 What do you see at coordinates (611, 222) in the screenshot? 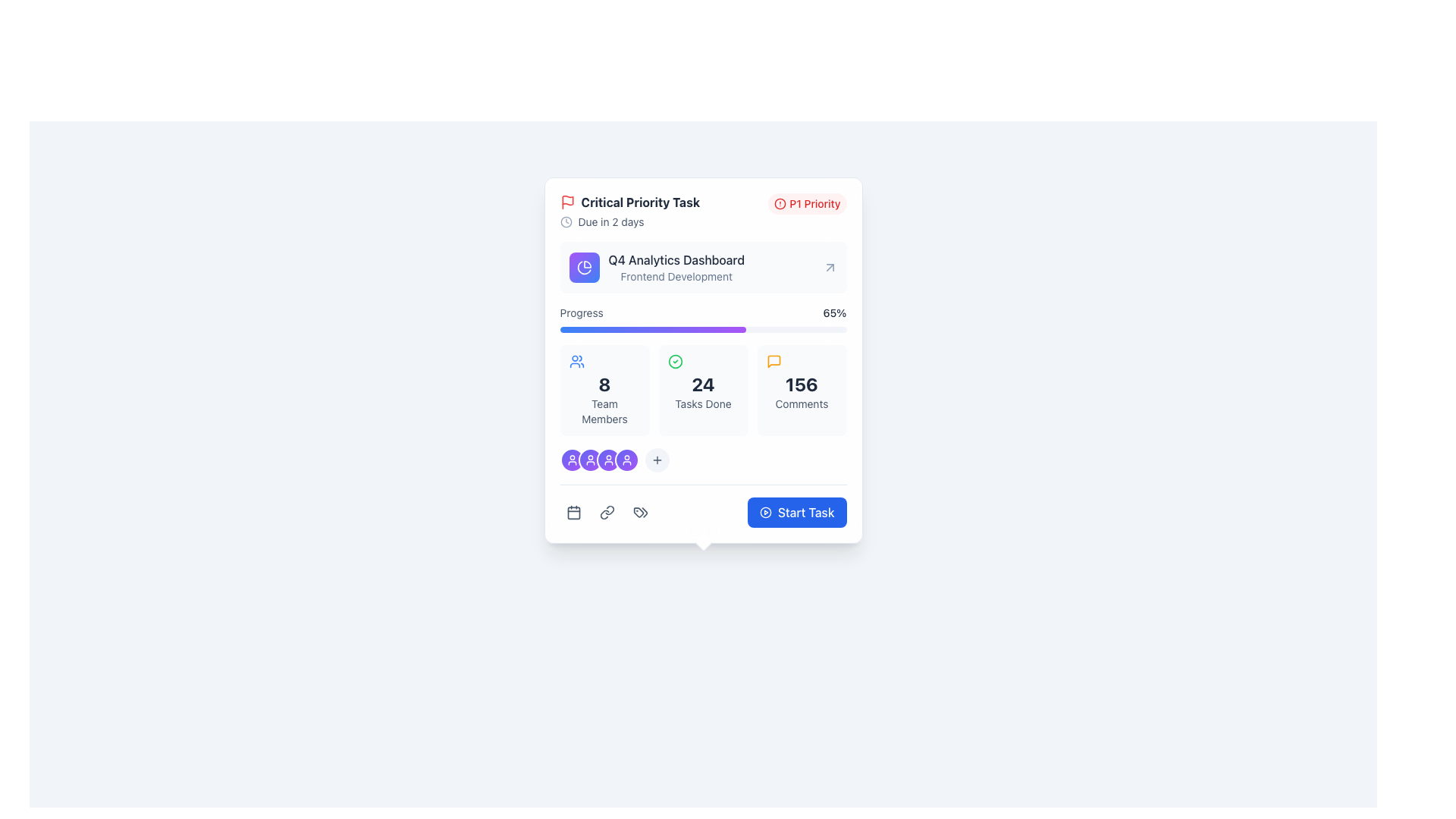
I see `the static text label reading 'Due in 2 days', which is styled in slate-gray and located adjacent to a small clock icon on the 'Critical Priority Task' card` at bounding box center [611, 222].